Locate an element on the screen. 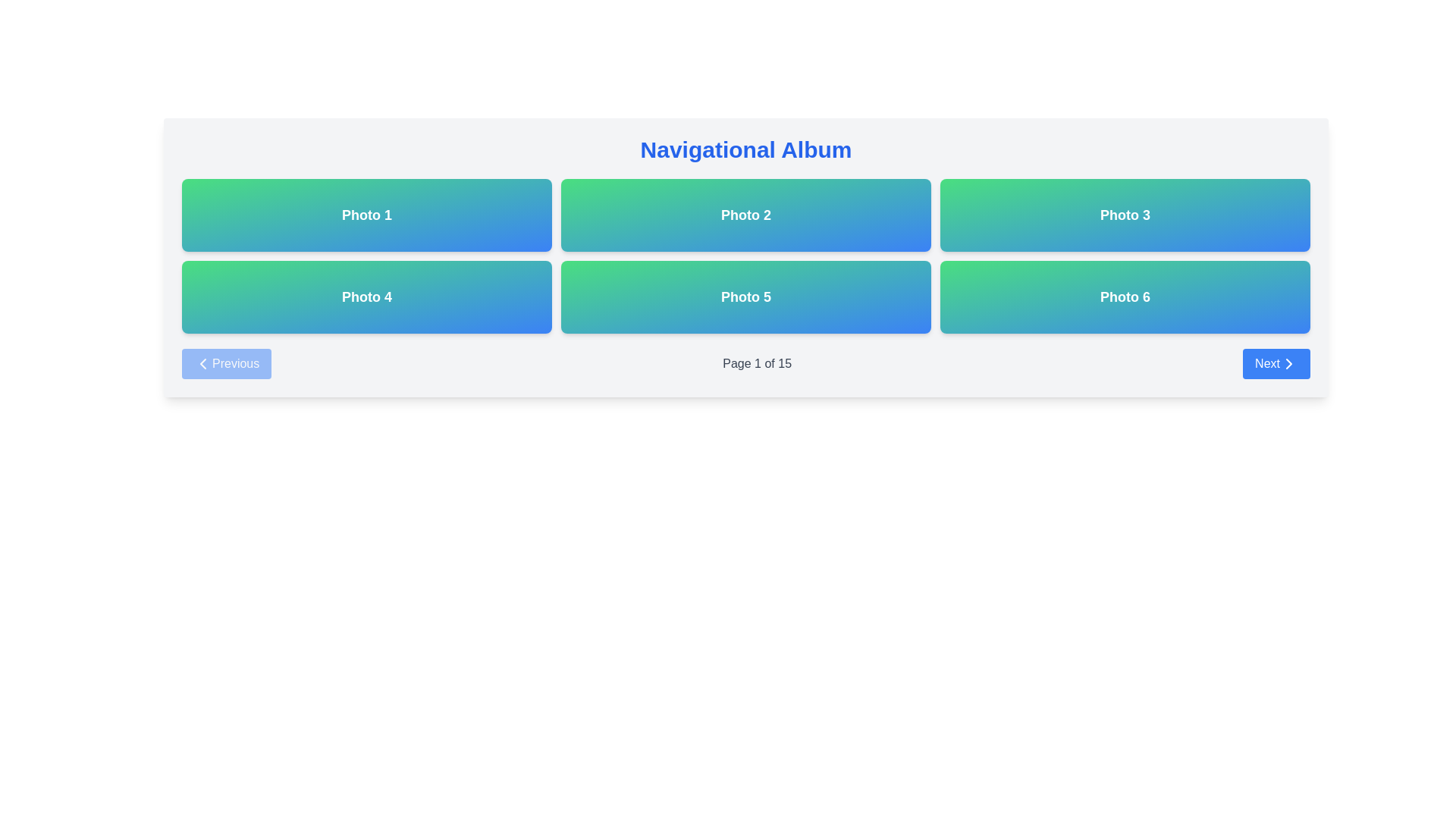 Image resolution: width=1456 pixels, height=819 pixels. the rectangular card with a gradient background and the bold white text 'Photo 5', located in the second row and second column of a grid layout is located at coordinates (745, 297).